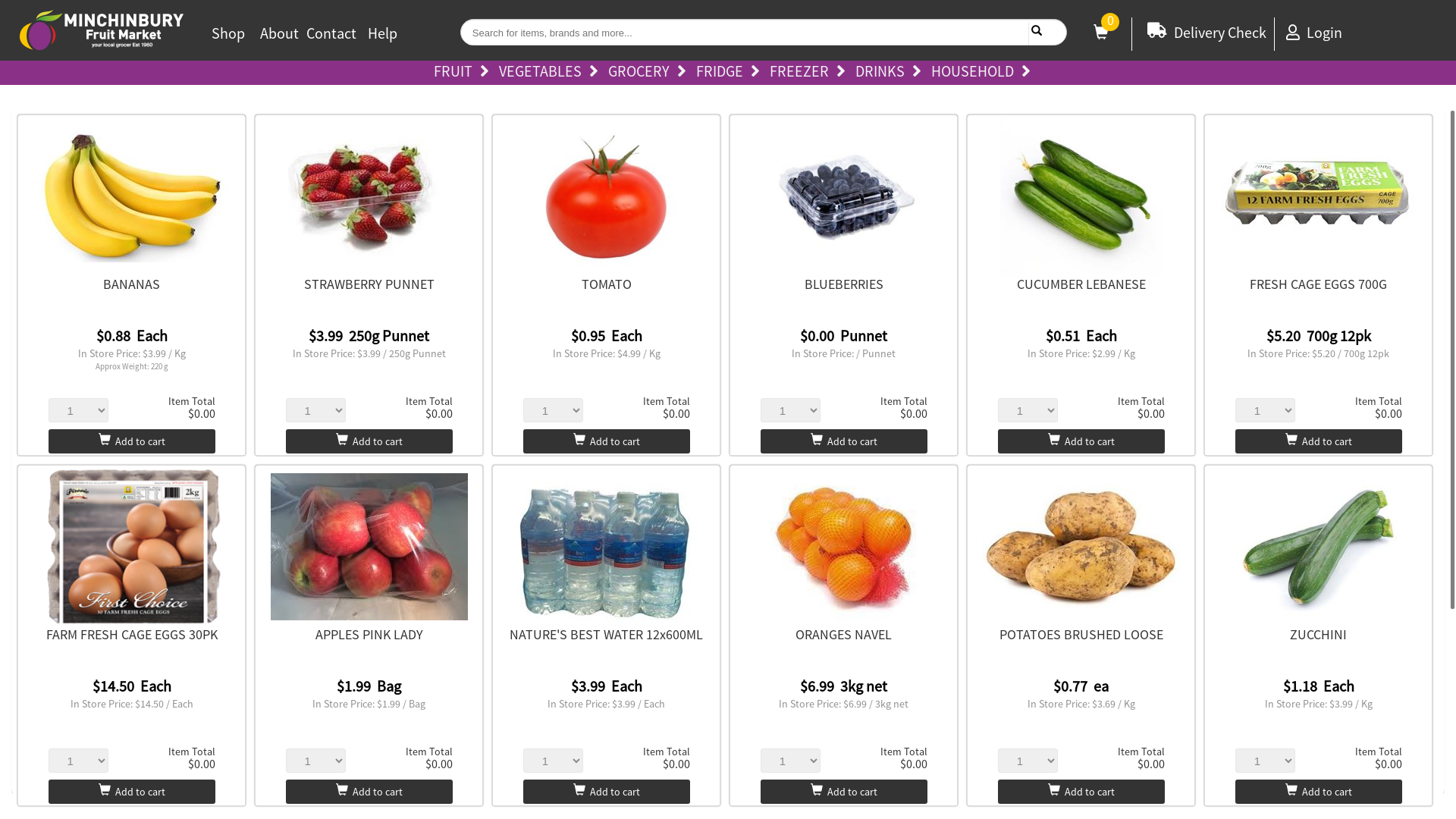  What do you see at coordinates (984, 72) in the screenshot?
I see `'HOUSEHOLD'` at bounding box center [984, 72].